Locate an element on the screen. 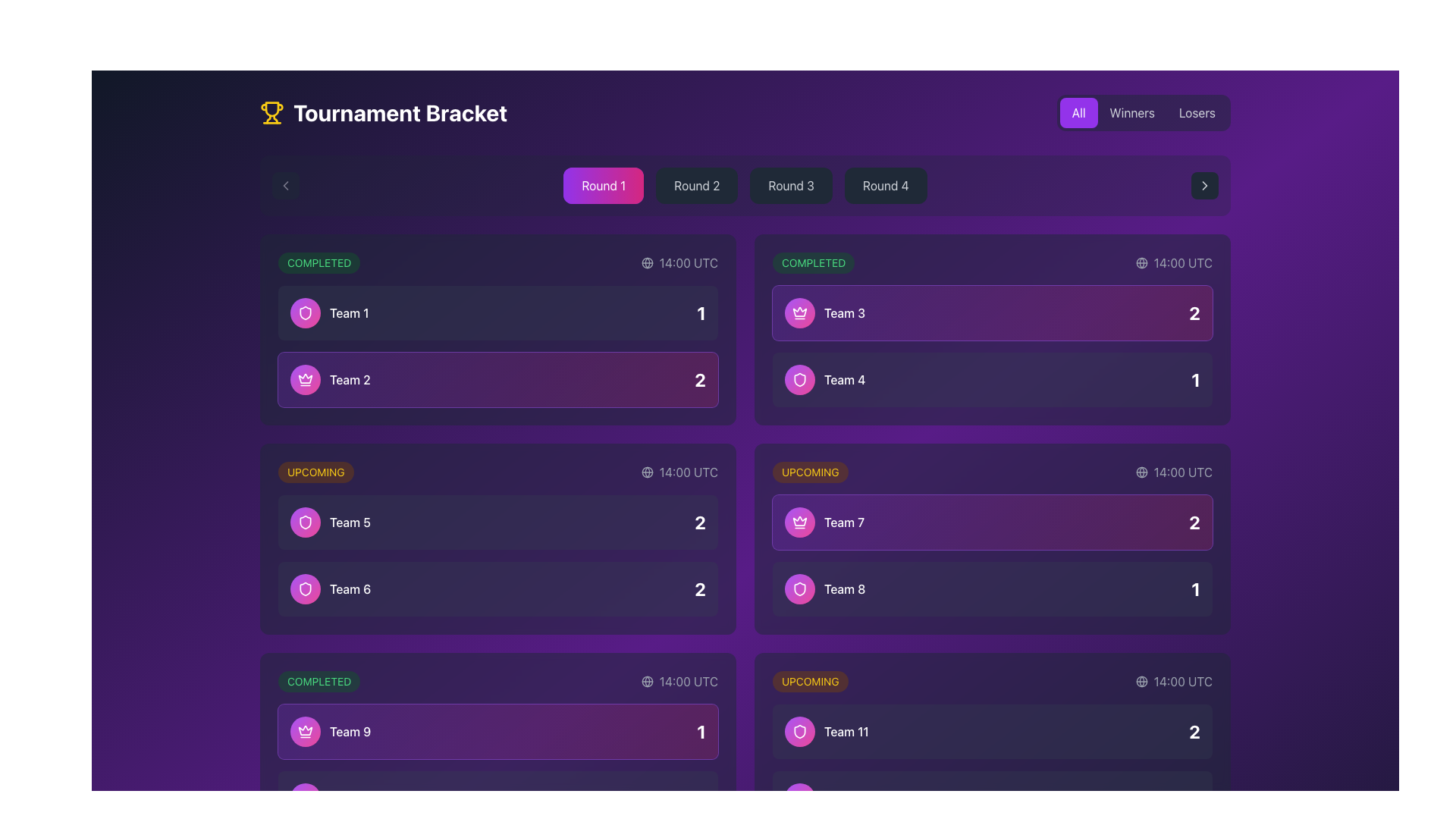 The width and height of the screenshot is (1456, 819). the graphical component, a circle within the SVG globe icon, located at the top-left corner of the card containing '14:00 UTC' information is located at coordinates (647, 262).